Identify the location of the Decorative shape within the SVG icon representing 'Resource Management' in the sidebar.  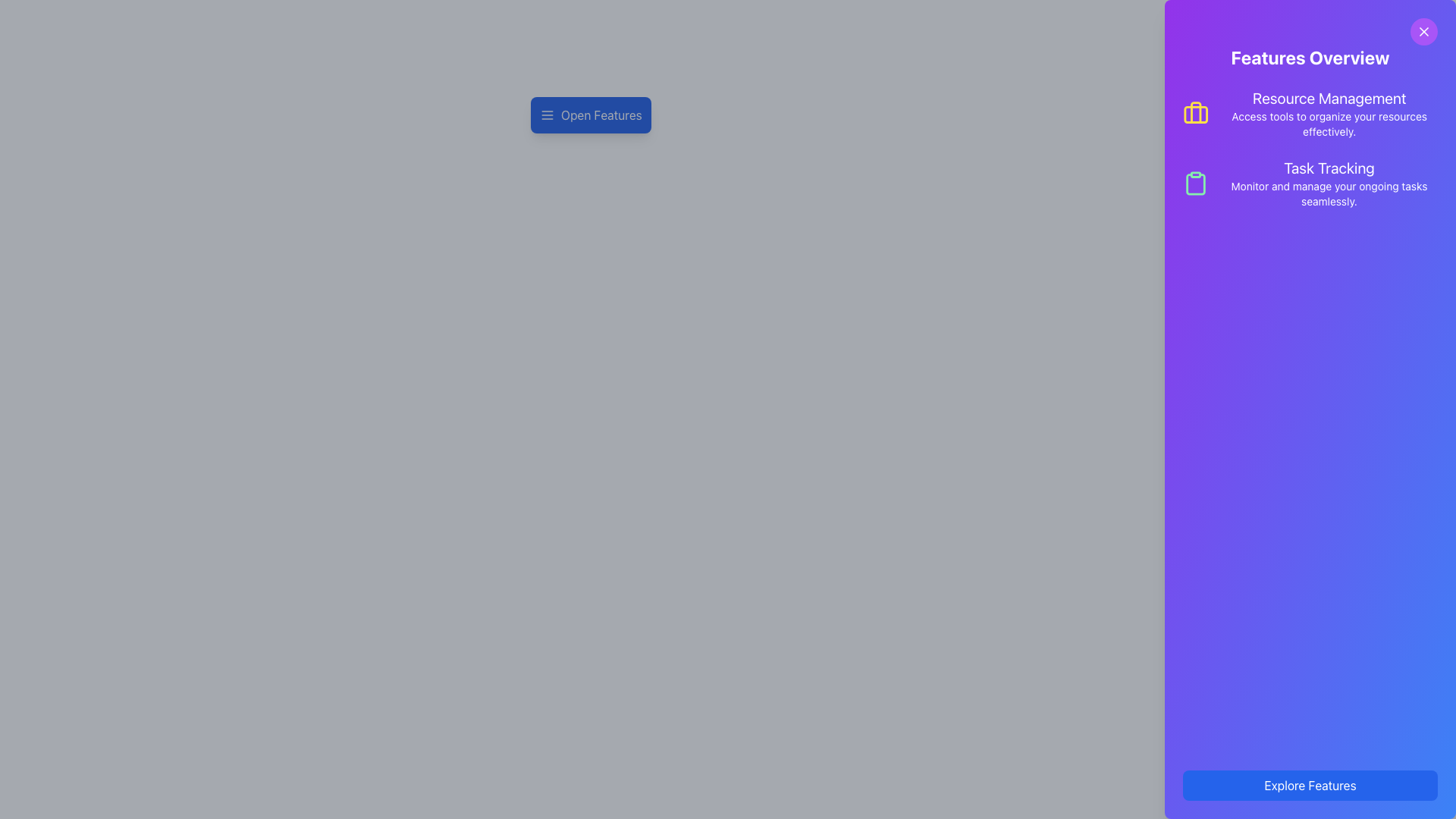
(1195, 114).